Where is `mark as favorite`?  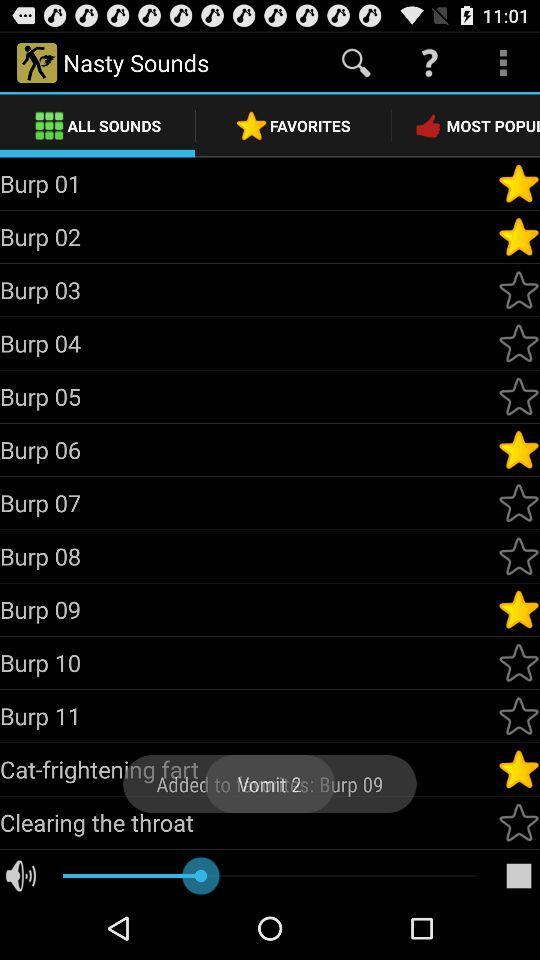
mark as favorite is located at coordinates (518, 450).